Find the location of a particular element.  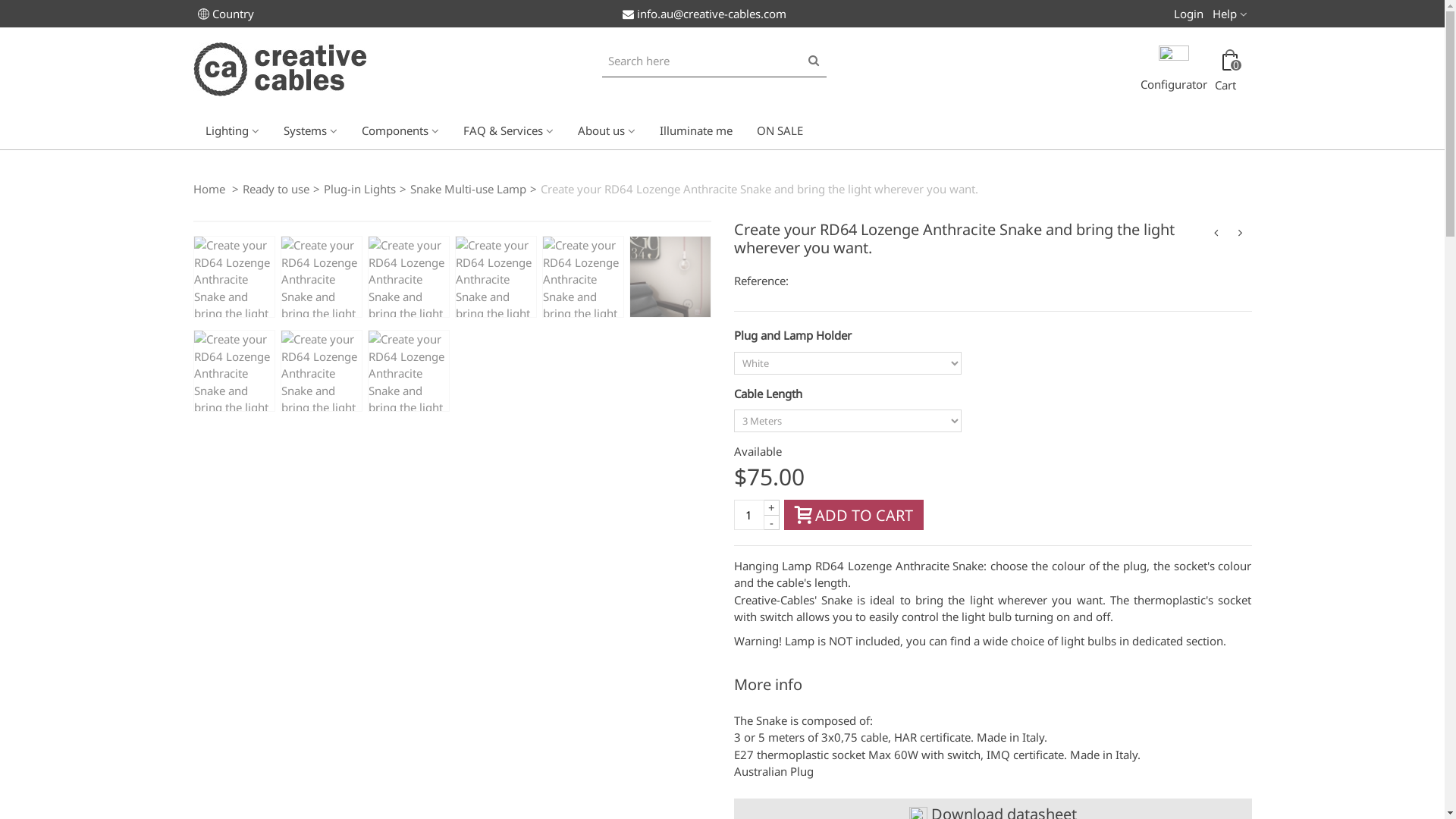

'Lighting' is located at coordinates (231, 128).